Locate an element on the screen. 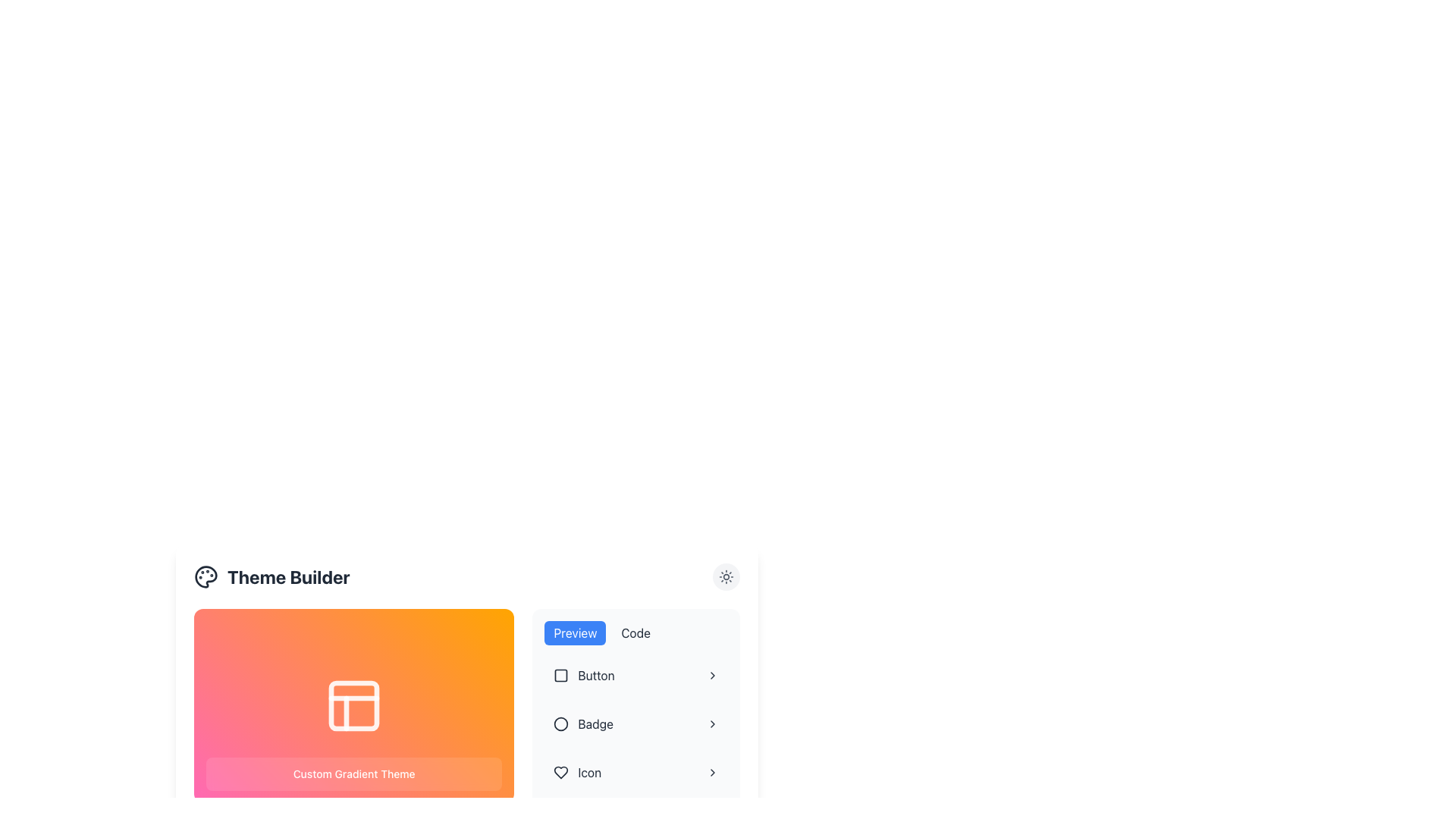  the label or header with an icon that identifies the 'Theme Builder' section located in the top-left segment of the interface is located at coordinates (271, 576).